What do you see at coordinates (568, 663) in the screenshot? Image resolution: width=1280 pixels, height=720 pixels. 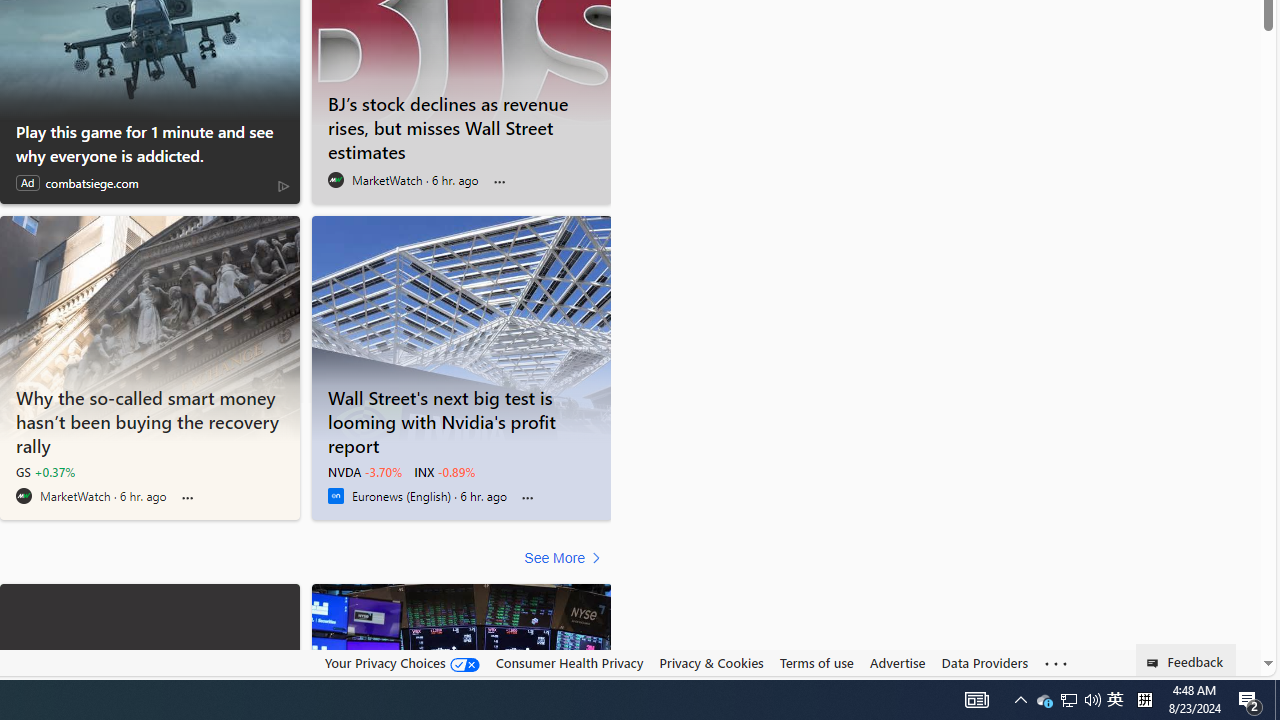 I see `'Consumer Health Privacy'` at bounding box center [568, 663].